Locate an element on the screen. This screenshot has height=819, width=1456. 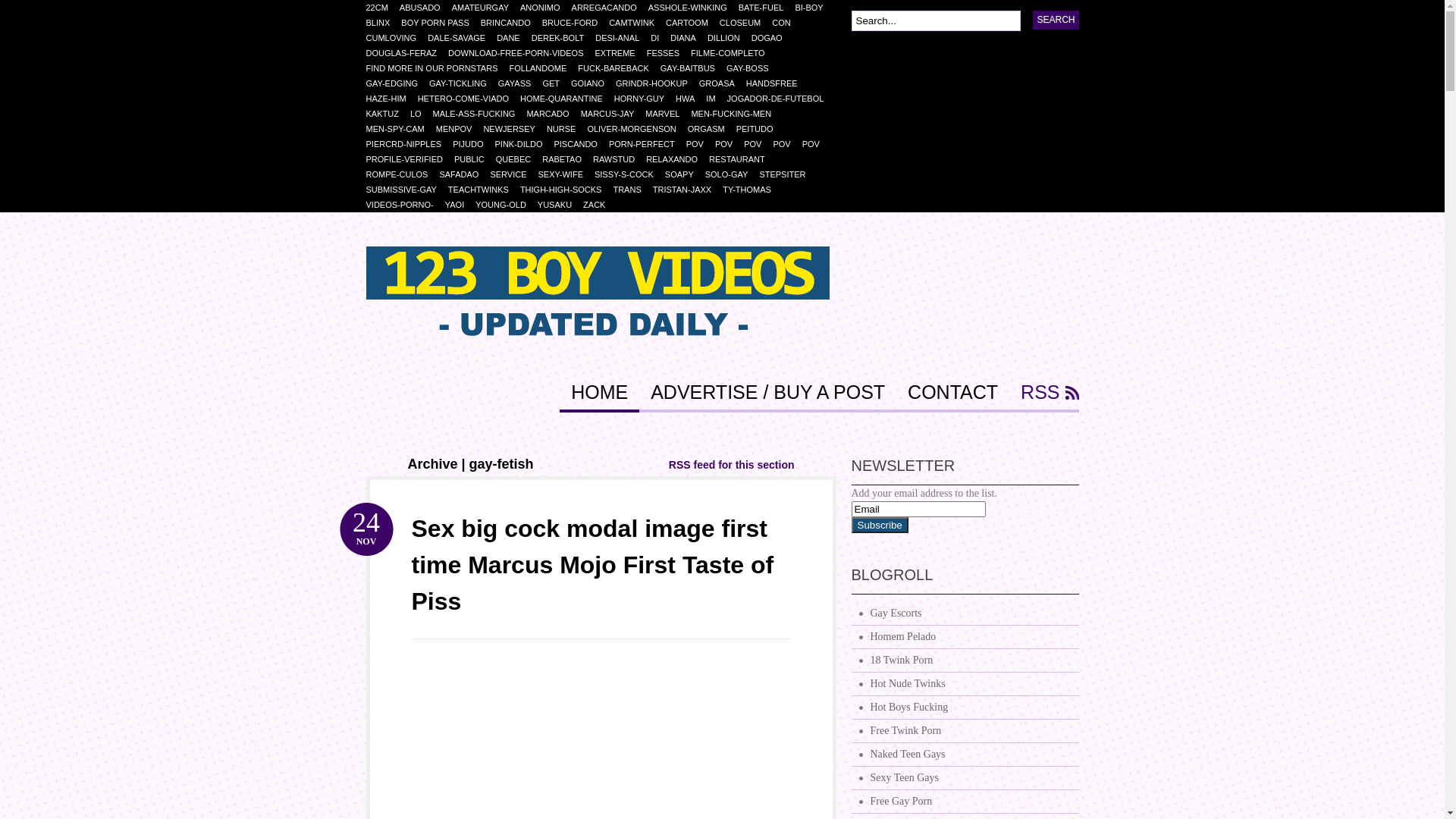
'HOME' is located at coordinates (559, 397).